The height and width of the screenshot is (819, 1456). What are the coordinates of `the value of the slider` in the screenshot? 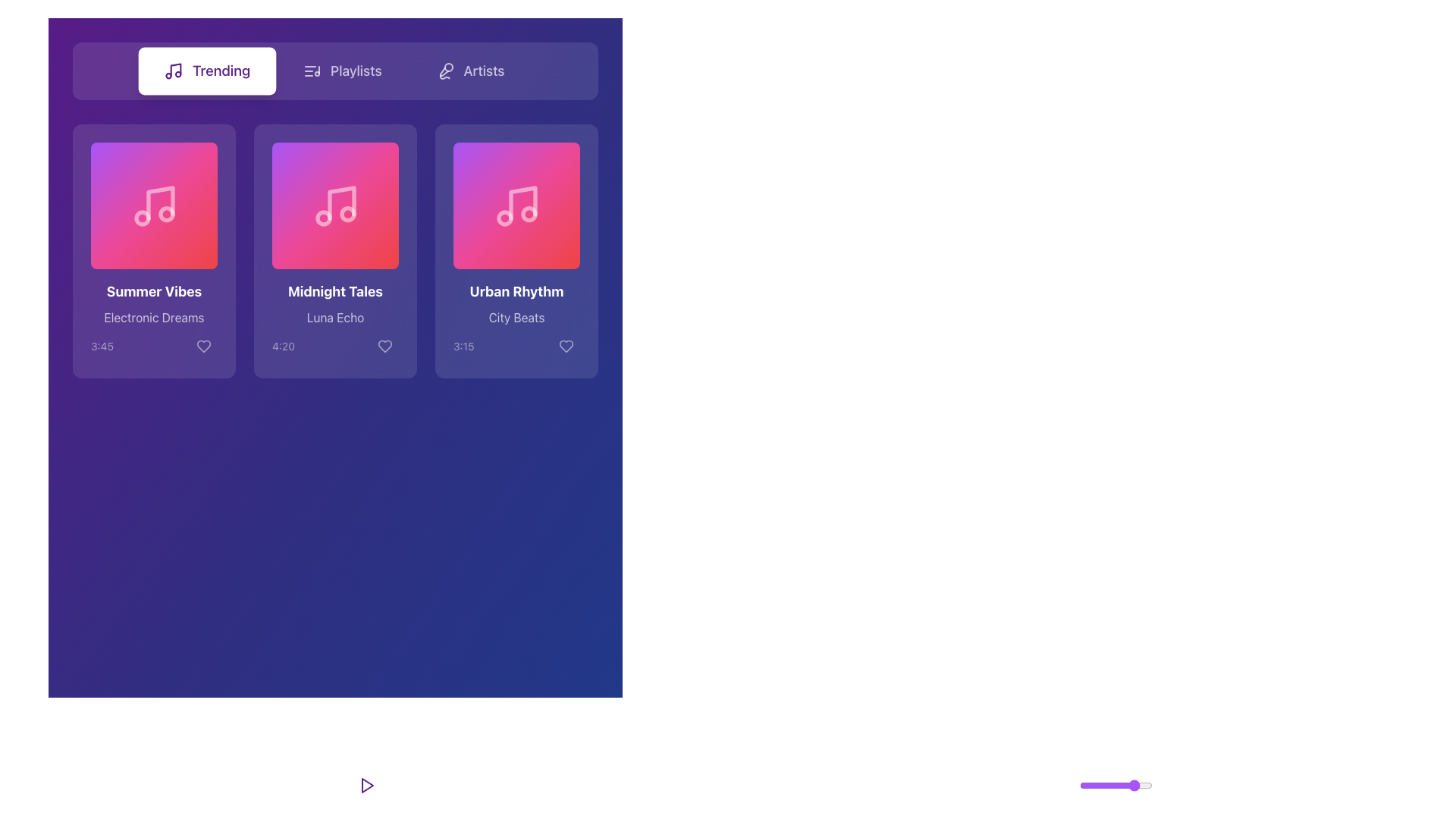 It's located at (1102, 785).